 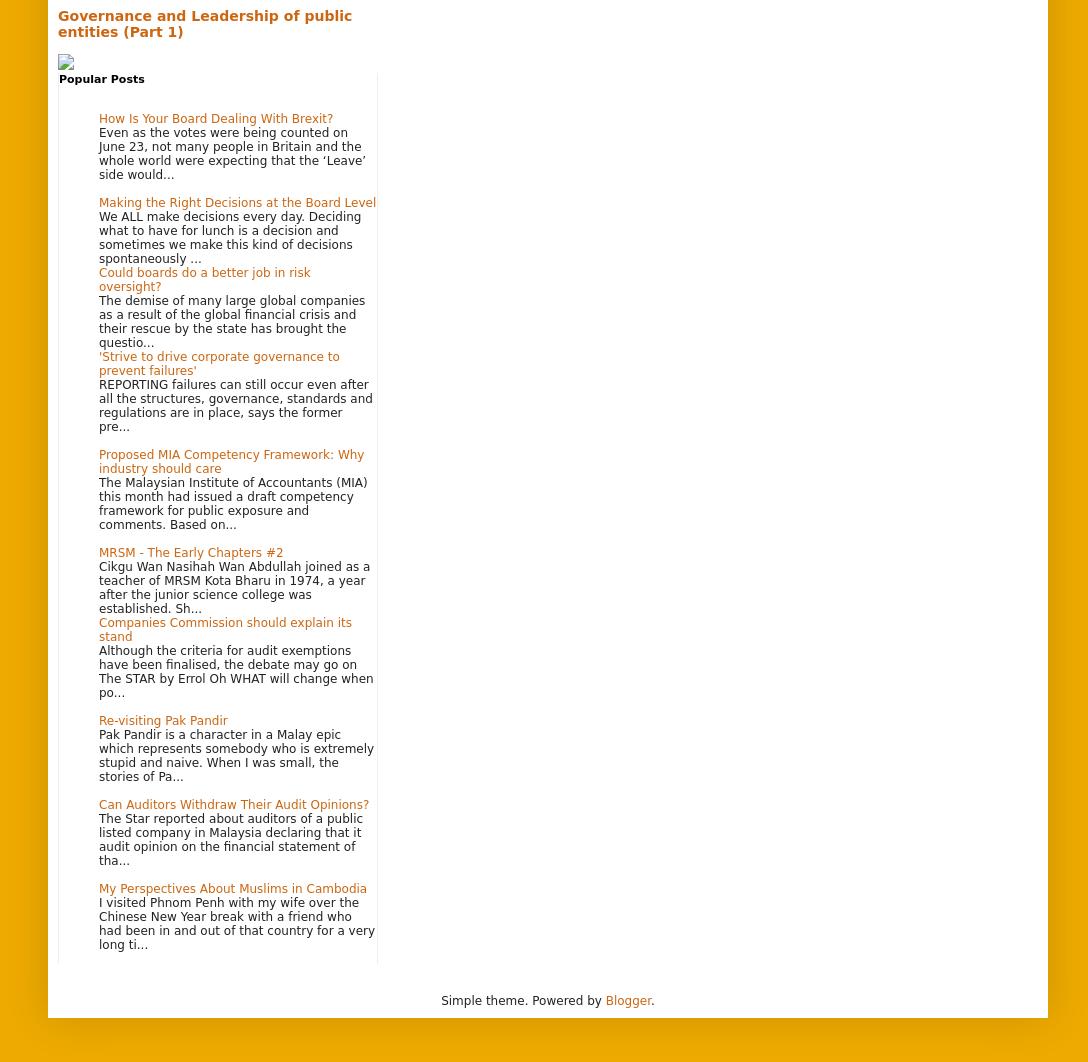 What do you see at coordinates (99, 277) in the screenshot?
I see `'Could boards do a better job in risk oversight?'` at bounding box center [99, 277].